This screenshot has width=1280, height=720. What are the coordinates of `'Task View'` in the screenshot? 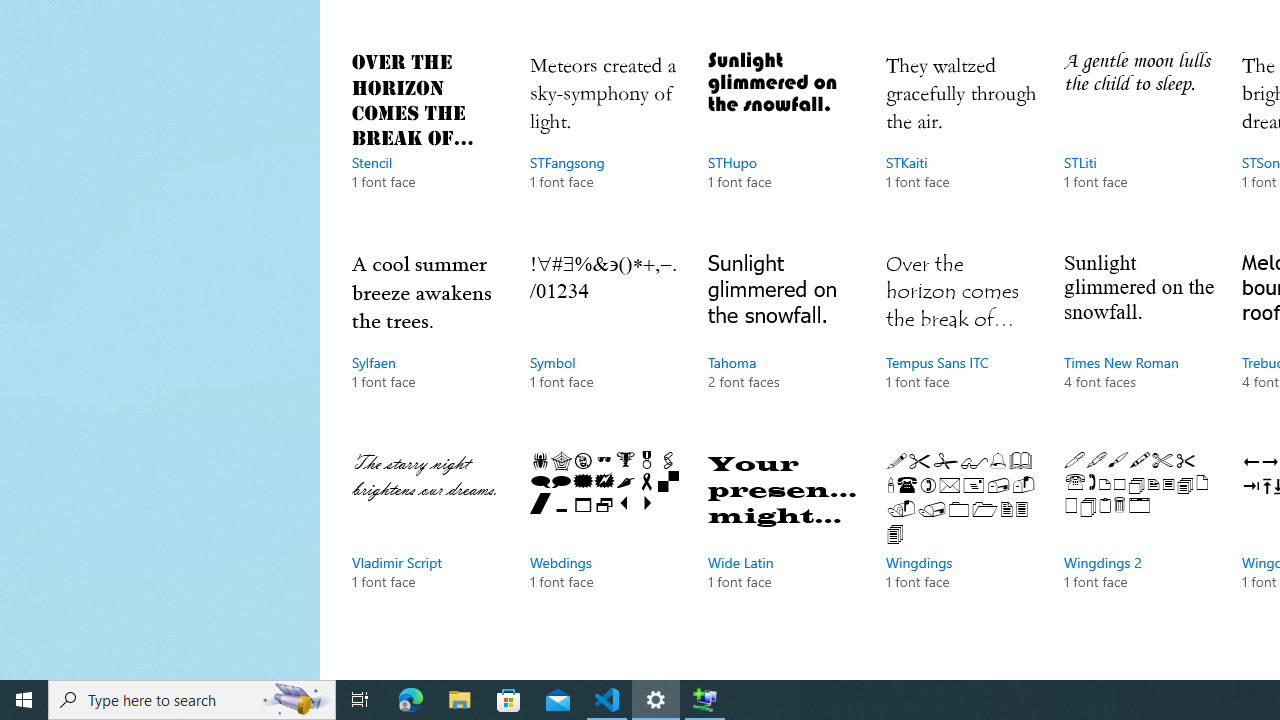 It's located at (359, 698).